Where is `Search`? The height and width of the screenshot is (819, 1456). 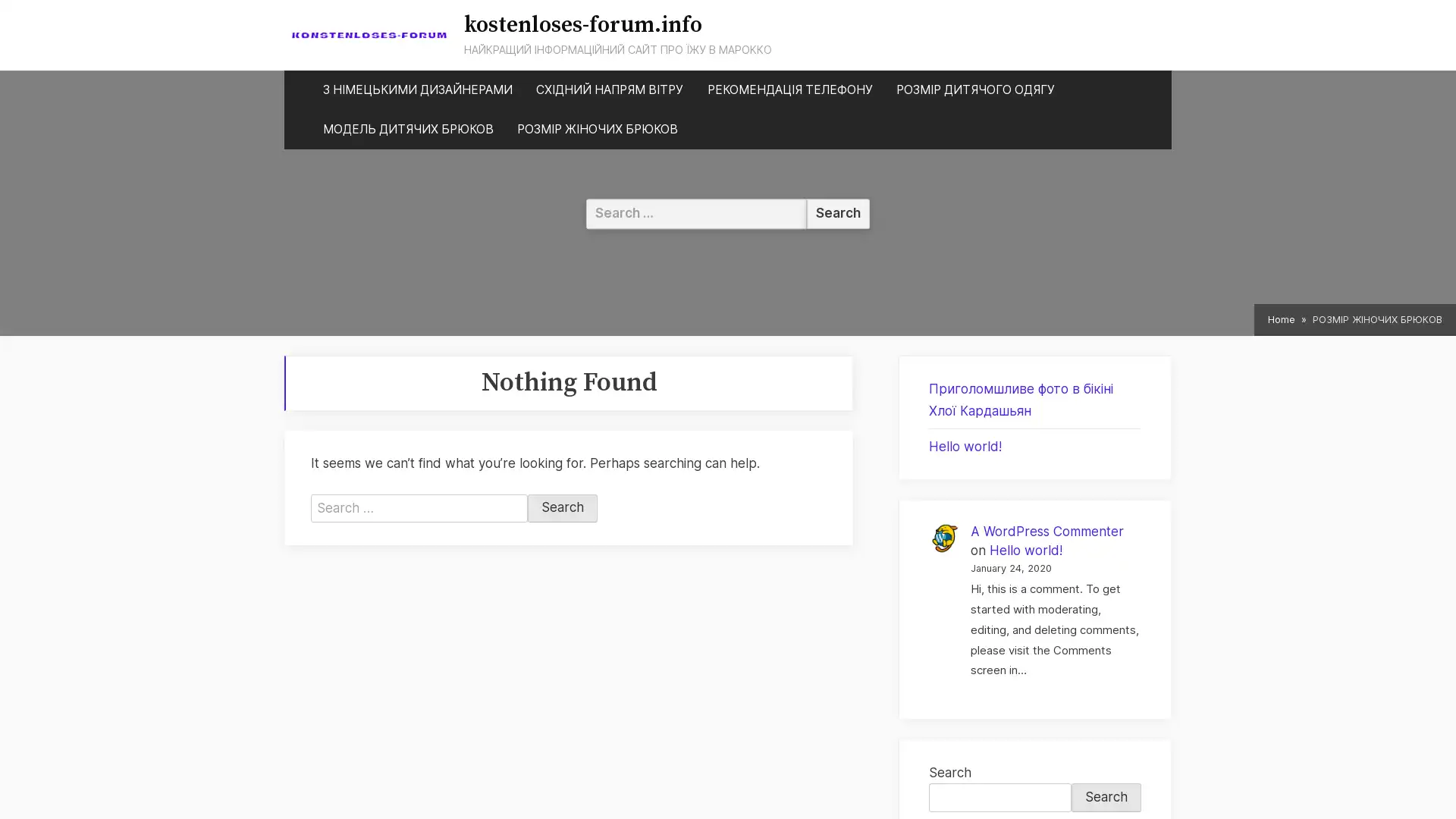
Search is located at coordinates (837, 213).